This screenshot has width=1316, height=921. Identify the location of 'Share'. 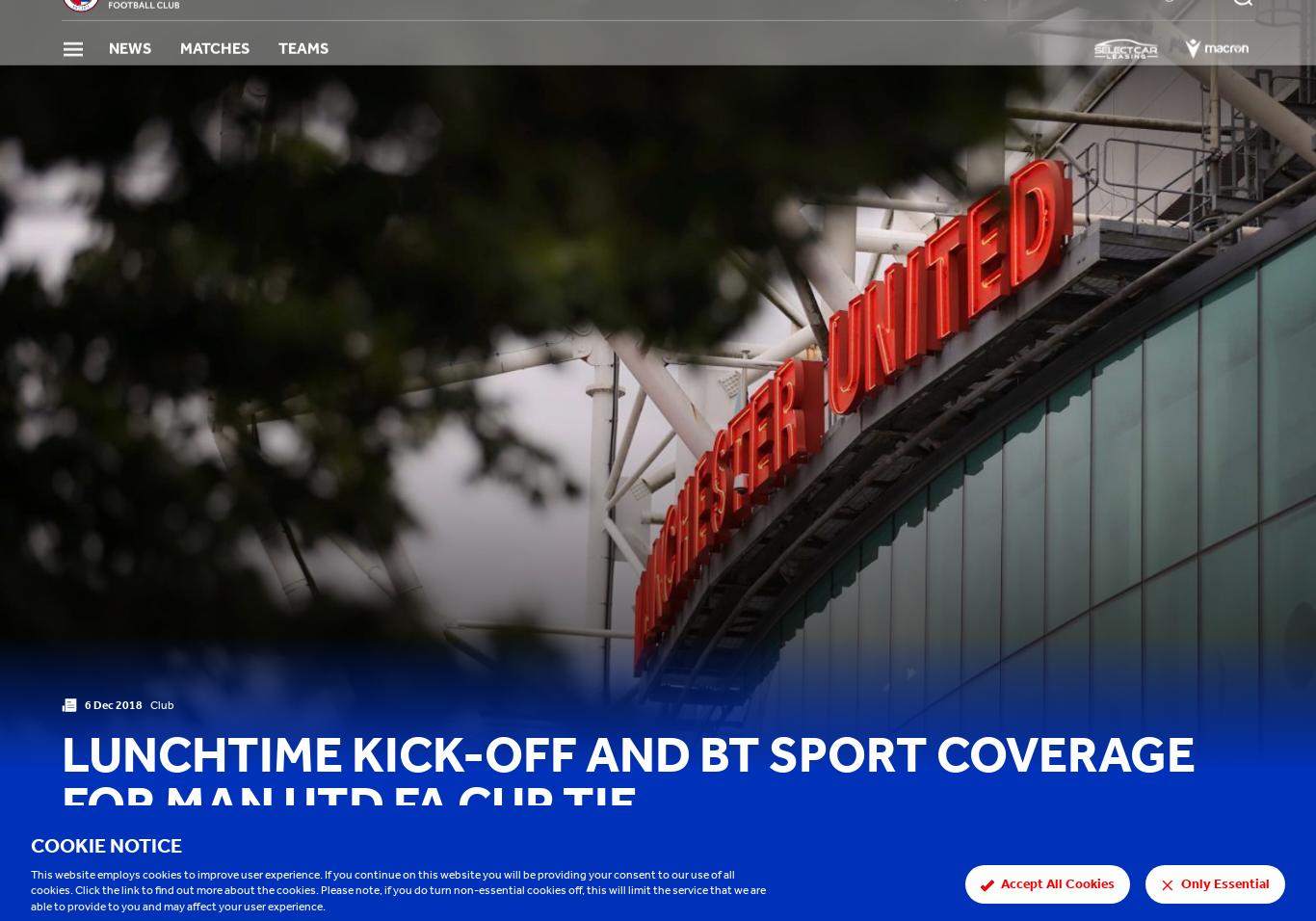
(1162, 895).